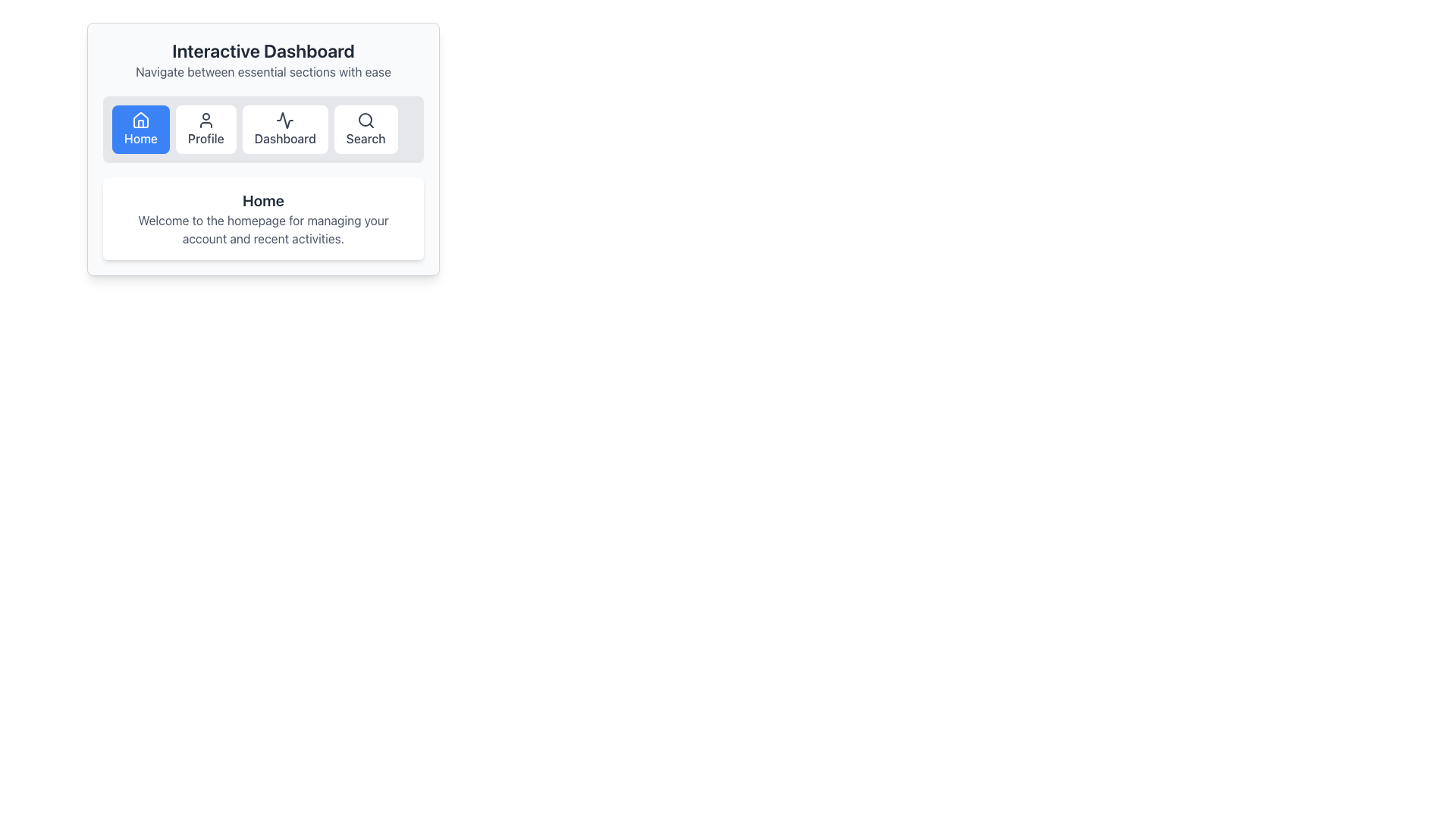 This screenshot has width=1456, height=819. What do you see at coordinates (365, 119) in the screenshot?
I see `the inner circle of the search icon, which is part of the 'Search' button in the navigation row` at bounding box center [365, 119].